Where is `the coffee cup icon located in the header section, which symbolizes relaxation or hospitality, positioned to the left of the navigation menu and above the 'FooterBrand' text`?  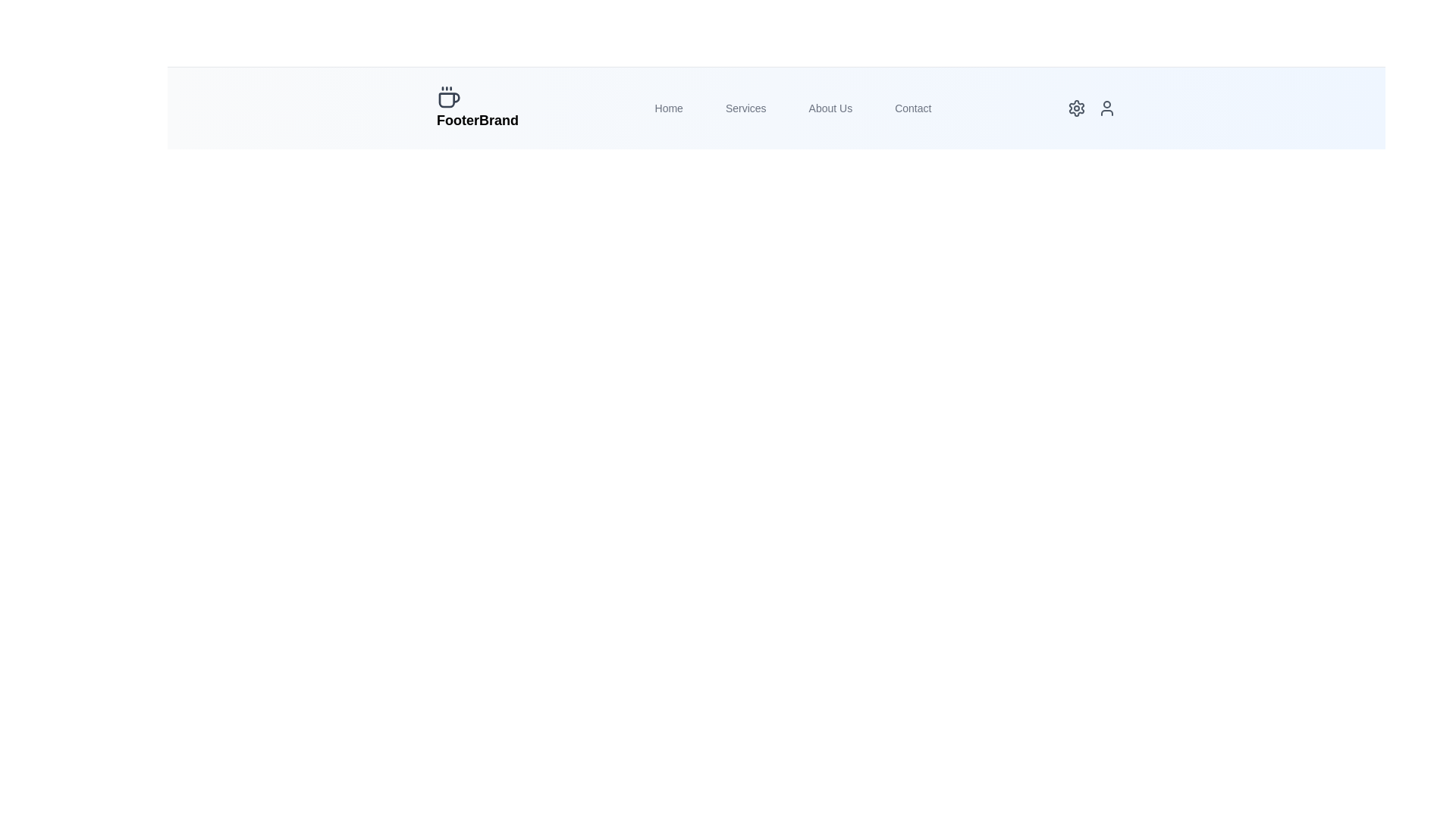
the coffee cup icon located in the header section, which symbolizes relaxation or hospitality, positioned to the left of the navigation menu and above the 'FooterBrand' text is located at coordinates (447, 97).